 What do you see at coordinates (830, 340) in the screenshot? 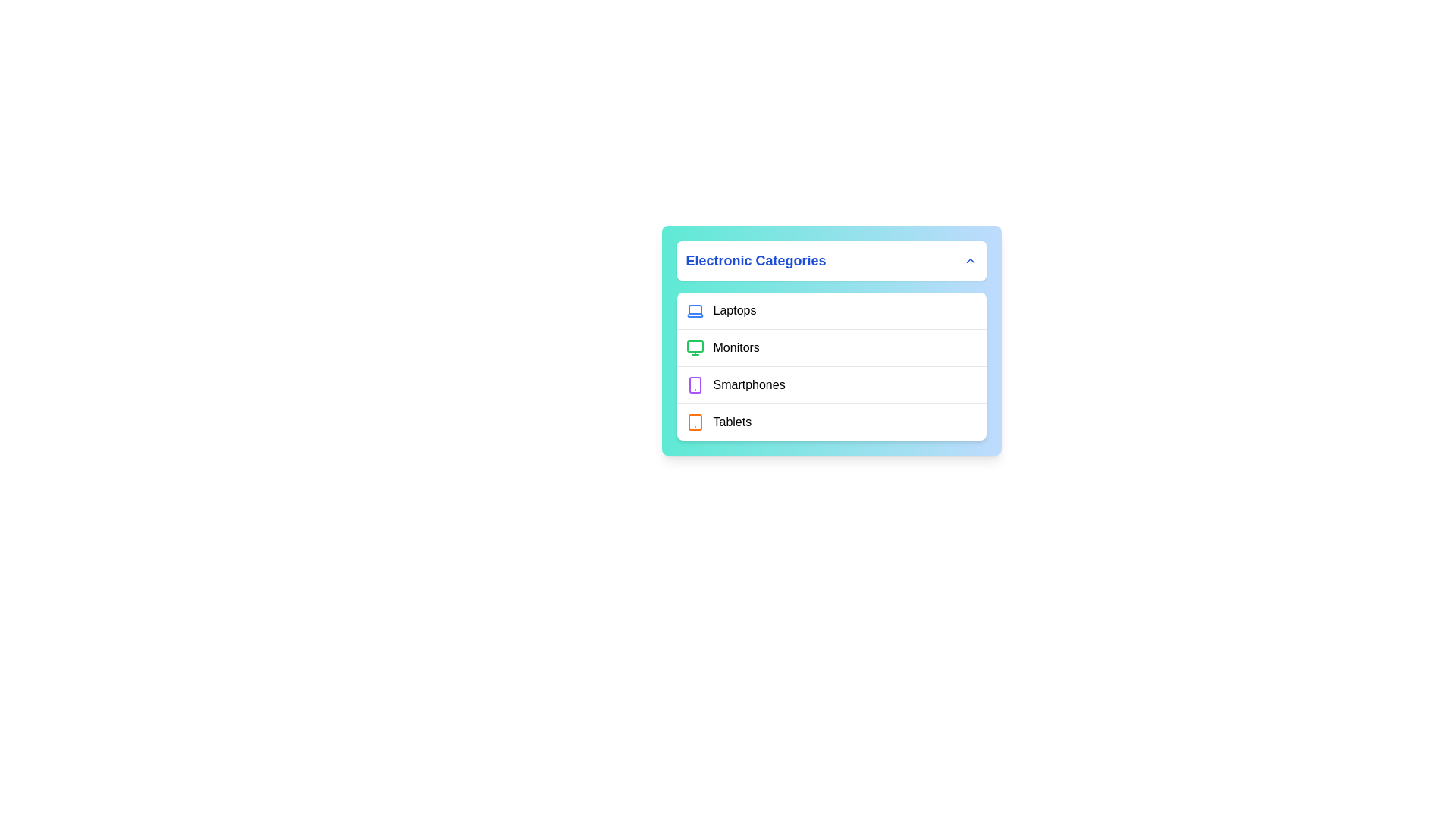
I see `the list item labeled 'Monitors', which is the second item in the 'Electronic Categories' list` at bounding box center [830, 340].